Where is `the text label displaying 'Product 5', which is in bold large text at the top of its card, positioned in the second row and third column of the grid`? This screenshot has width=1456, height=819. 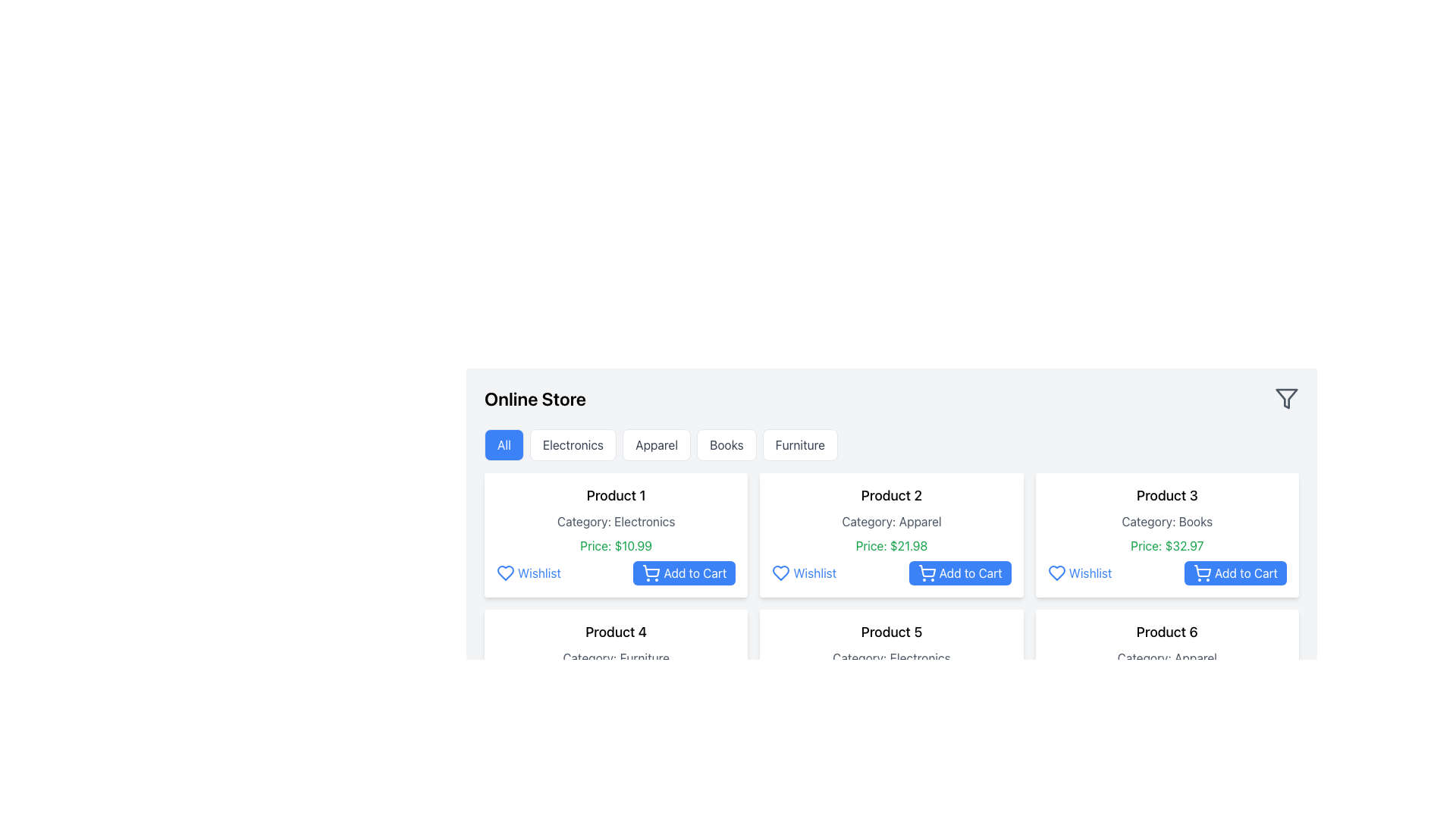
the text label displaying 'Product 5', which is in bold large text at the top of its card, positioned in the second row and third column of the grid is located at coordinates (892, 632).